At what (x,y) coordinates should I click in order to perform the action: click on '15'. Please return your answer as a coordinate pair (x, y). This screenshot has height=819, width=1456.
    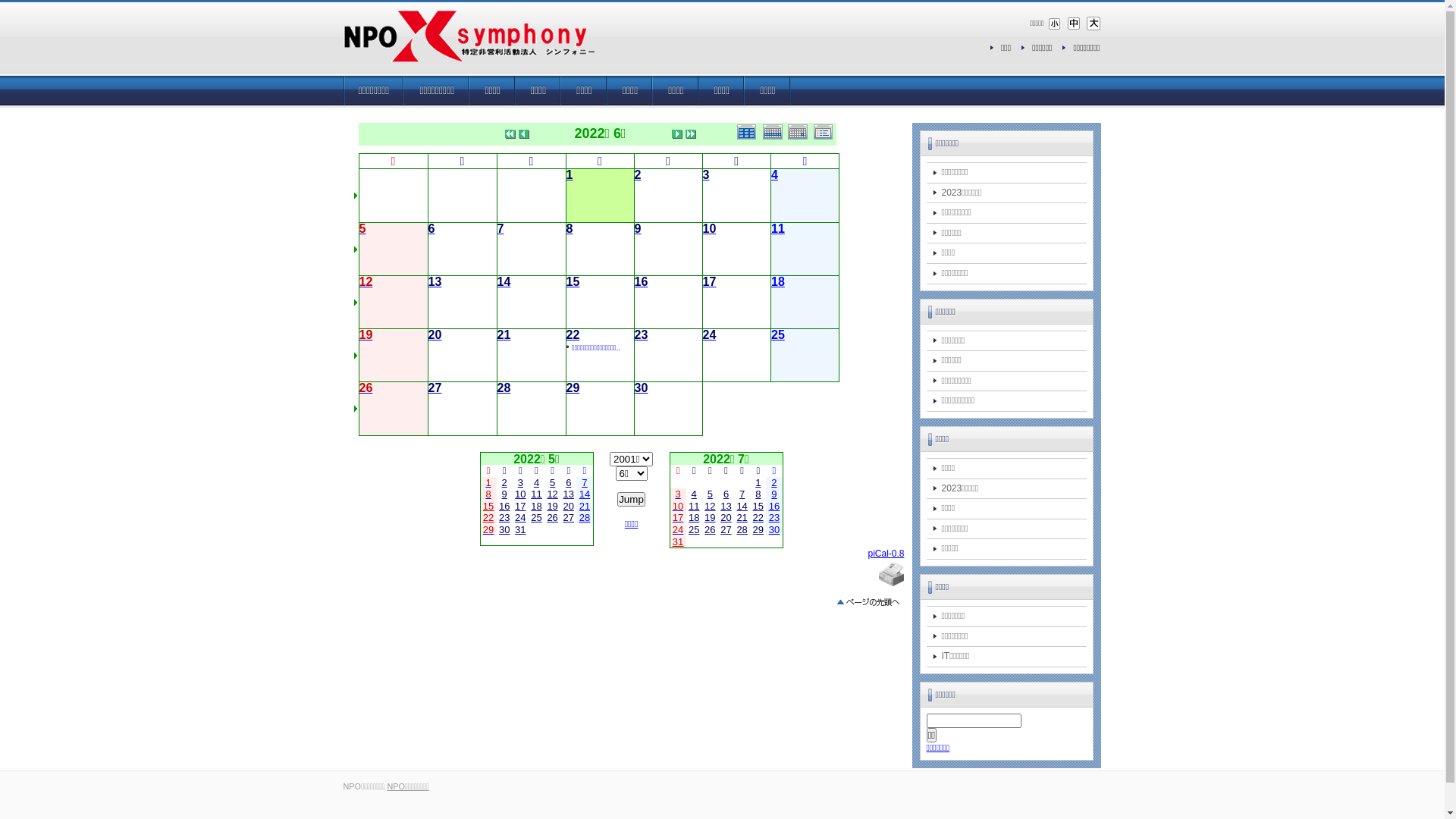
    Looking at the image, I should click on (571, 283).